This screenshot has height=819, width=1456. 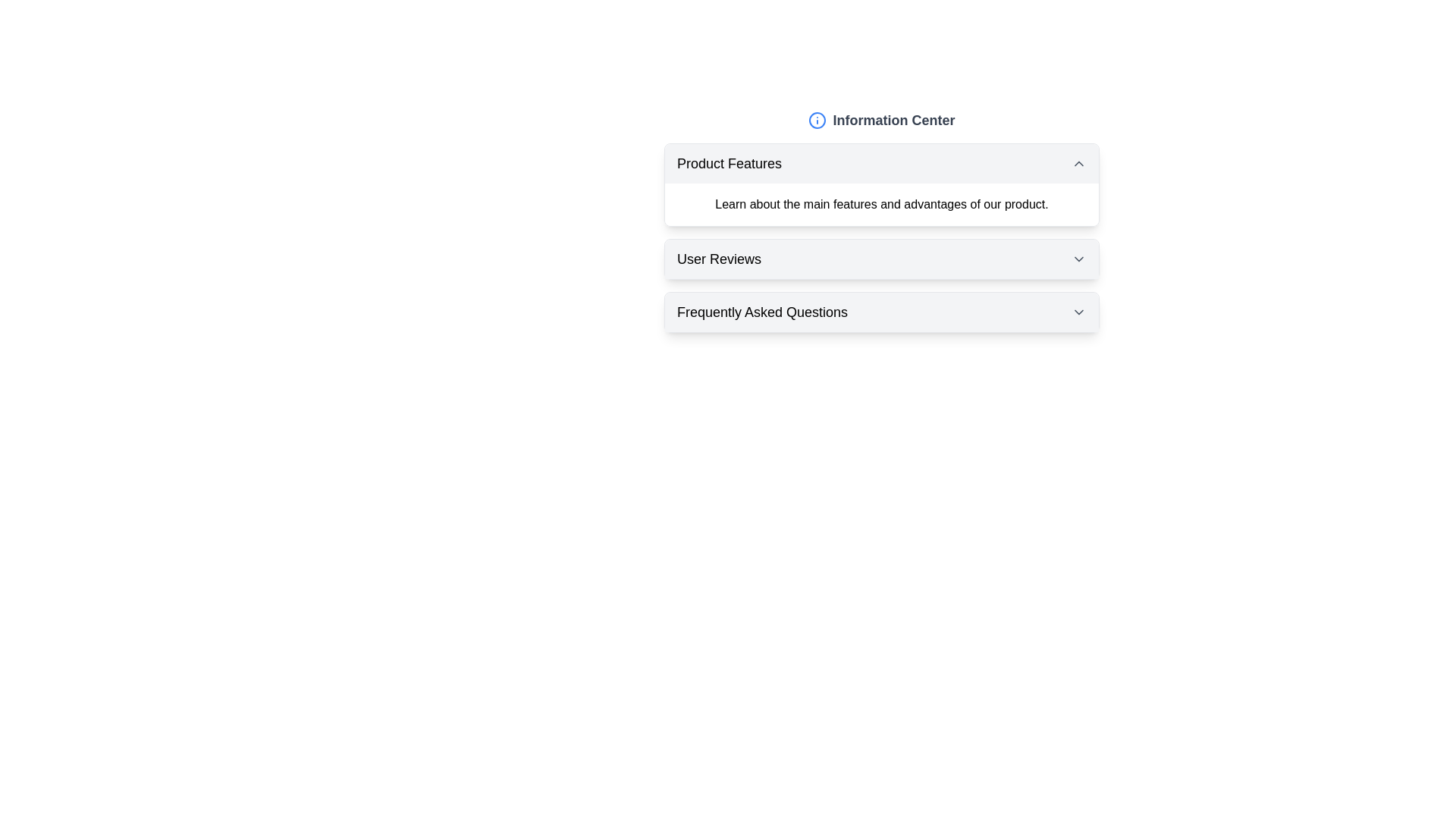 What do you see at coordinates (881, 259) in the screenshot?
I see `the 'User Reviews' Collapsible Header by moving the cursor to its center point to navigate through the interface` at bounding box center [881, 259].